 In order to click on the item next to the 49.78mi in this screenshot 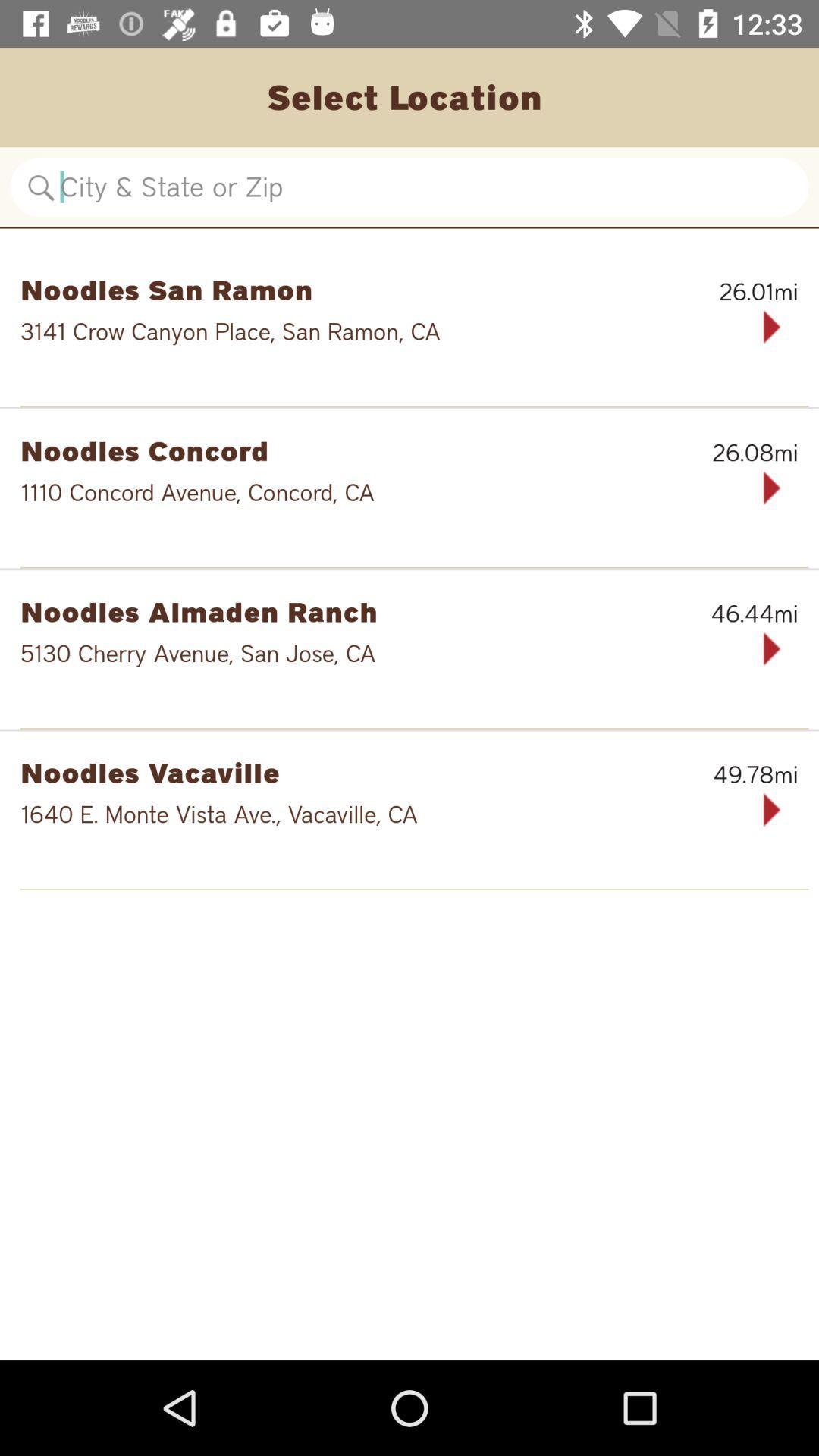, I will do `click(331, 772)`.